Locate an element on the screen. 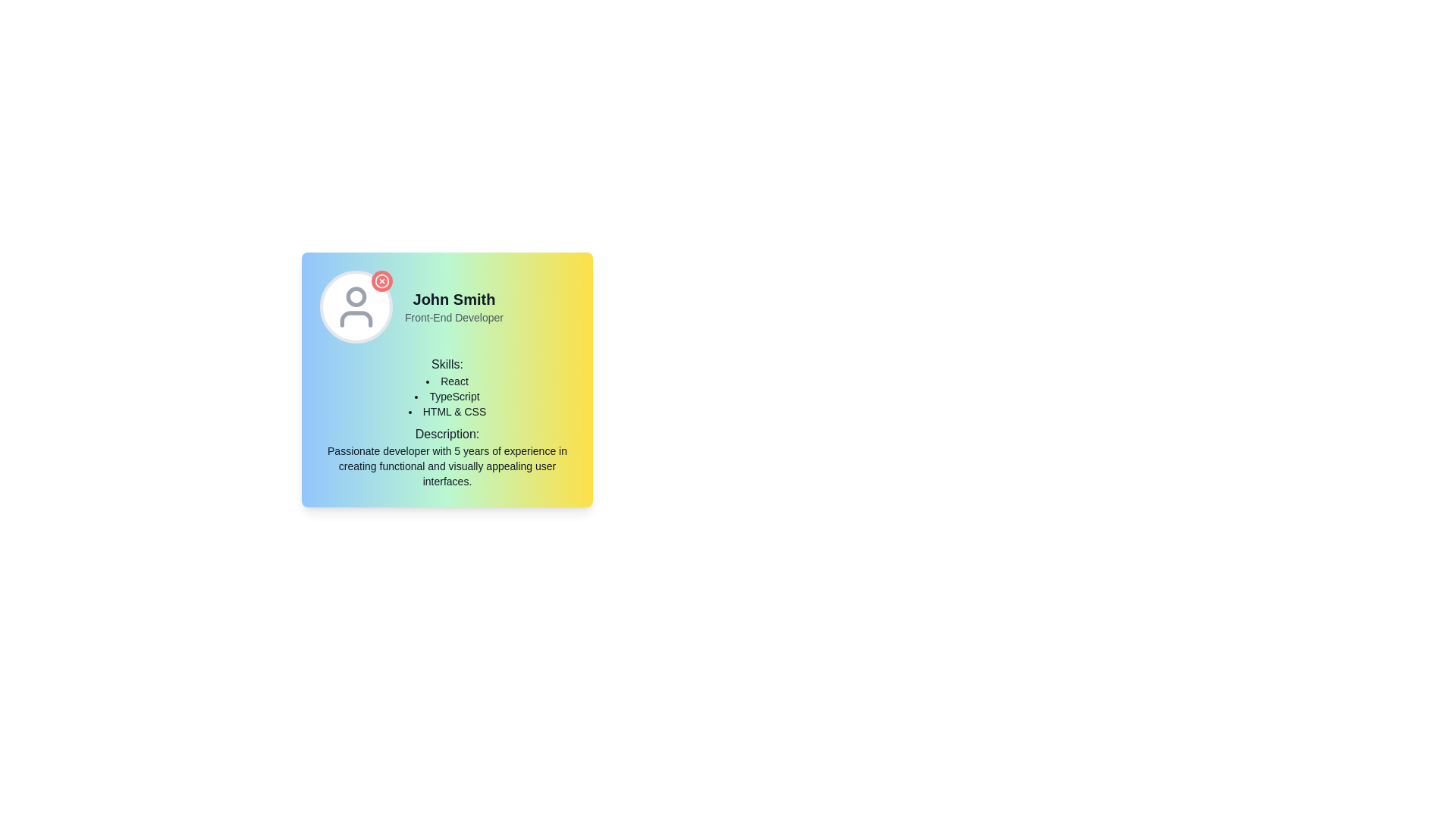 Image resolution: width=1456 pixels, height=819 pixels. the text label 'HTML & CSS', which is the third item in a bulleted list under the 'Skills' heading, styled with a black dot and a gradient background is located at coordinates (447, 412).